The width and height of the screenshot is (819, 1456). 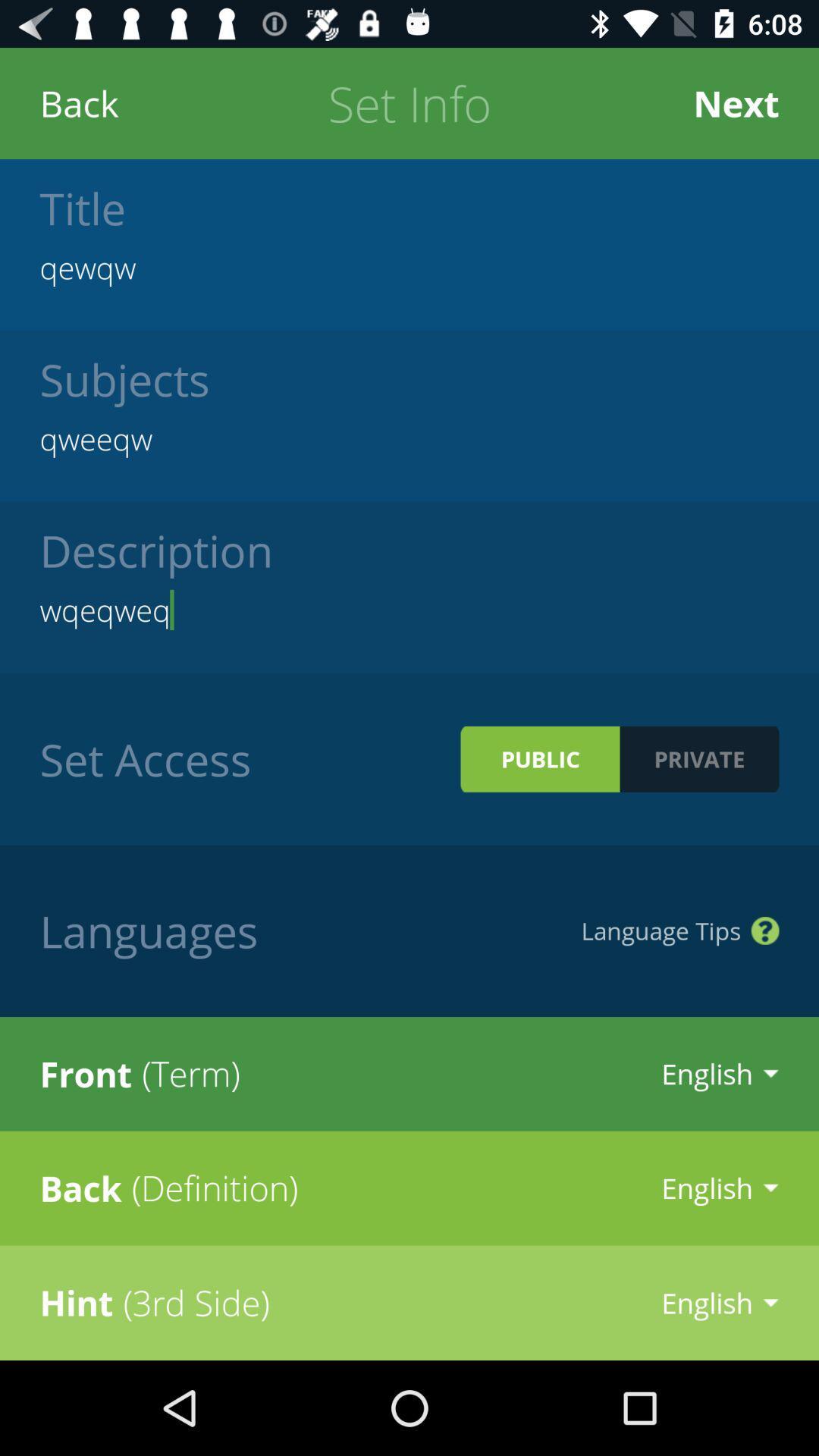 What do you see at coordinates (409, 267) in the screenshot?
I see `the icon above subjects icon` at bounding box center [409, 267].